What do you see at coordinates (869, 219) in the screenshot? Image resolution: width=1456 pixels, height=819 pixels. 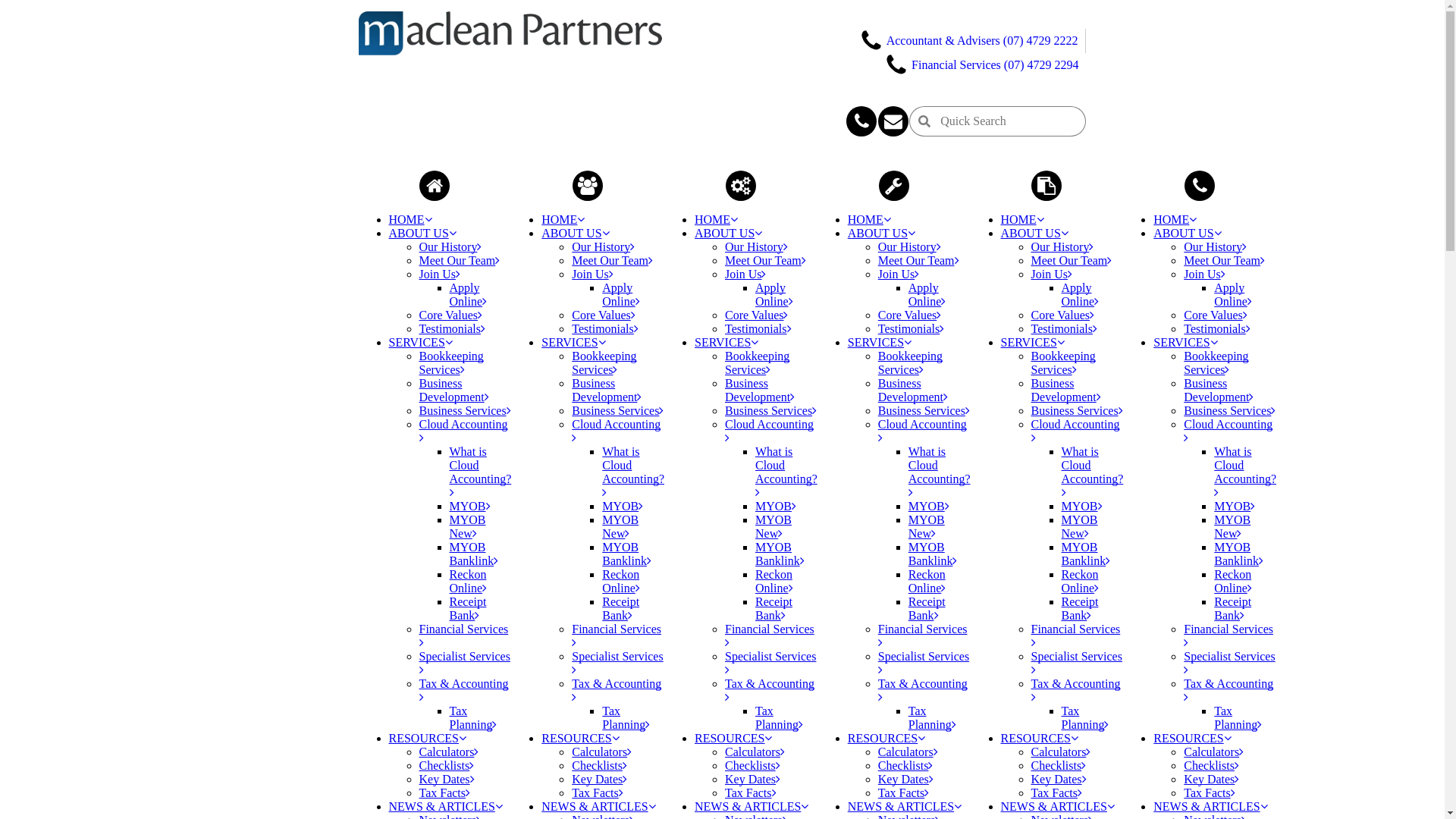 I see `'HOME'` at bounding box center [869, 219].